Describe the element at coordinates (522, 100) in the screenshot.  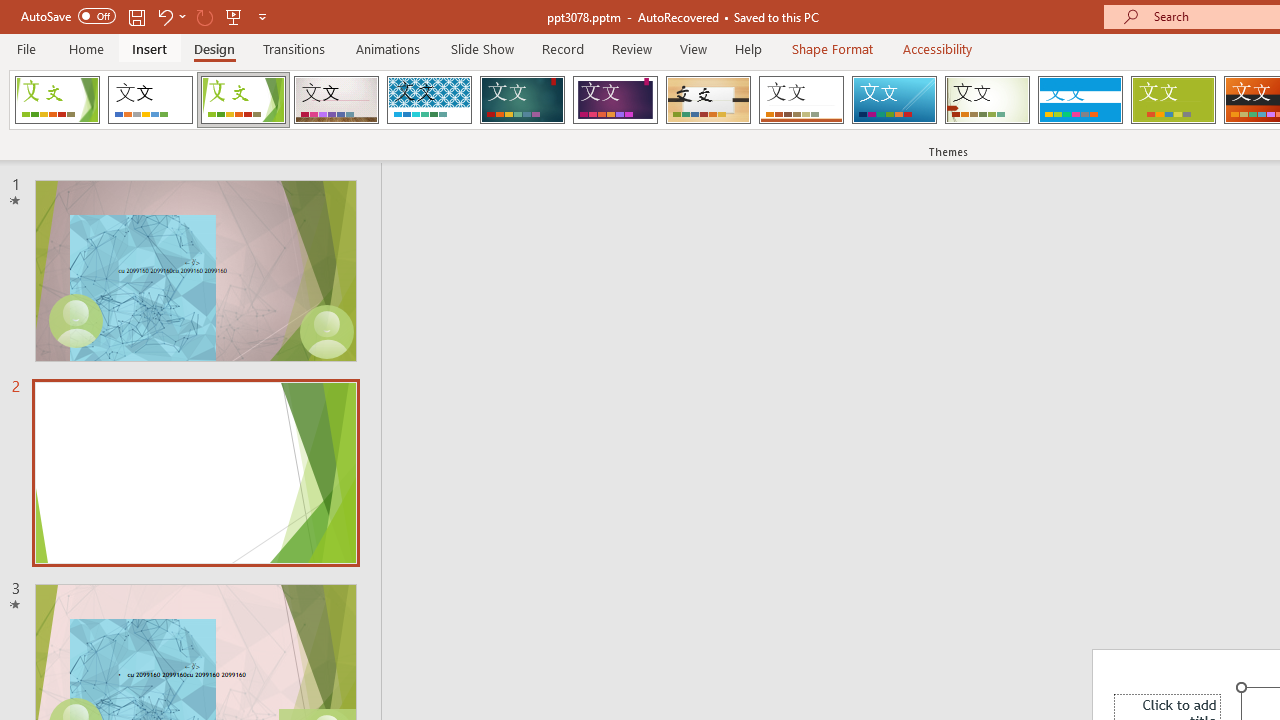
I see `'Ion'` at that location.